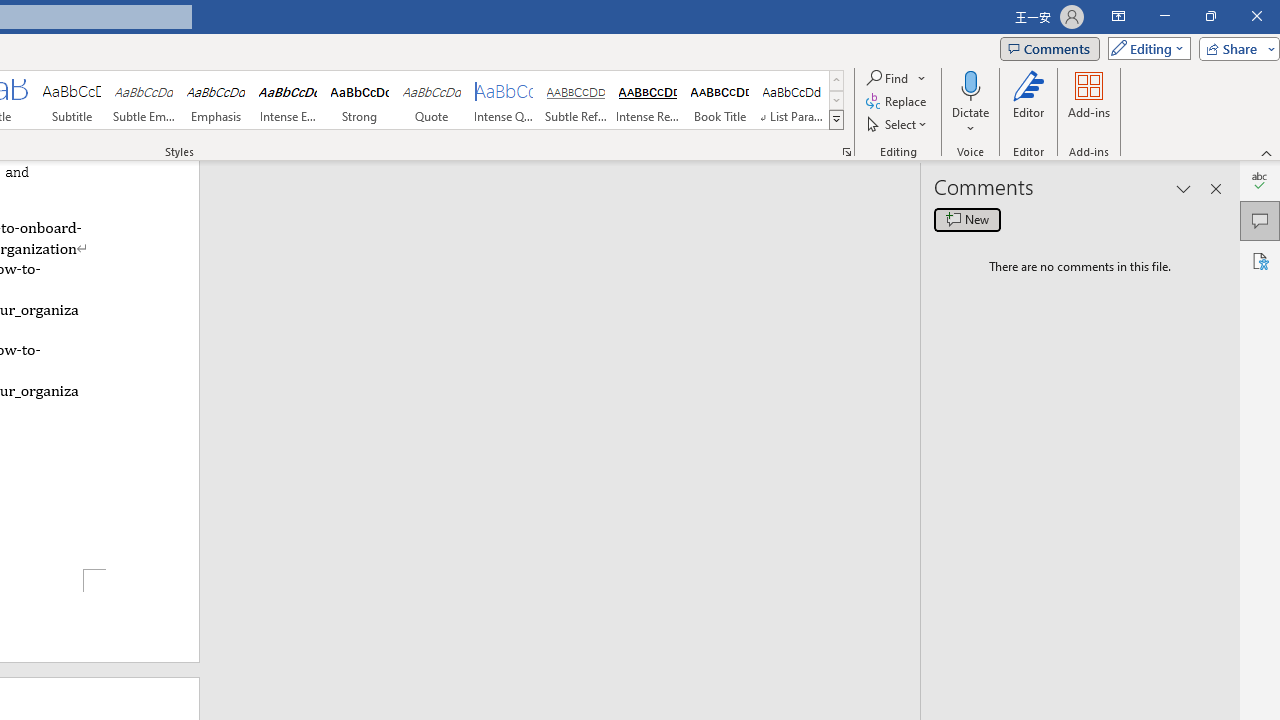 The height and width of the screenshot is (720, 1280). Describe the element at coordinates (846, 150) in the screenshot. I see `'Styles...'` at that location.